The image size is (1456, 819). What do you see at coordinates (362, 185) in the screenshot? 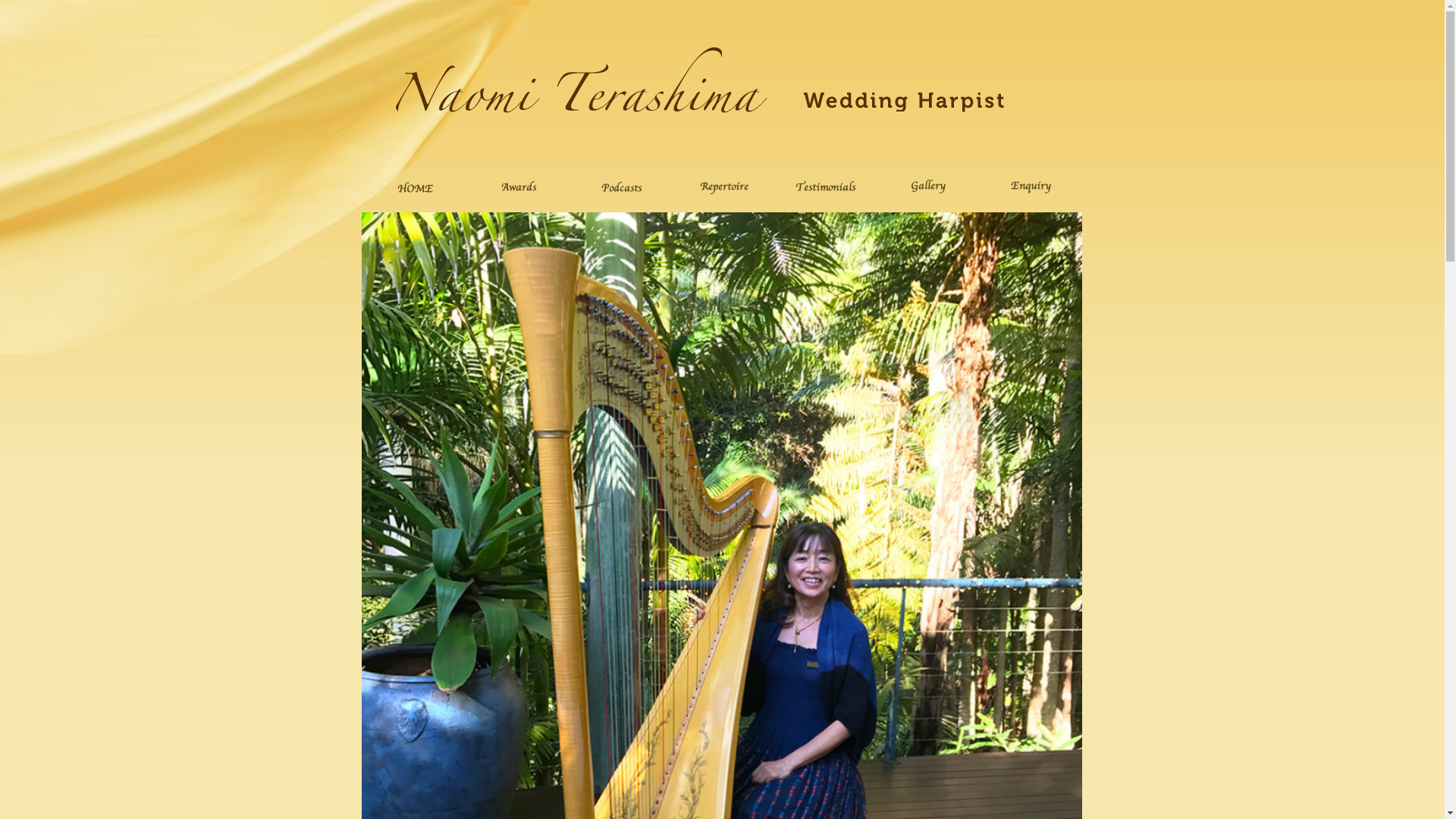
I see `'home'` at bounding box center [362, 185].